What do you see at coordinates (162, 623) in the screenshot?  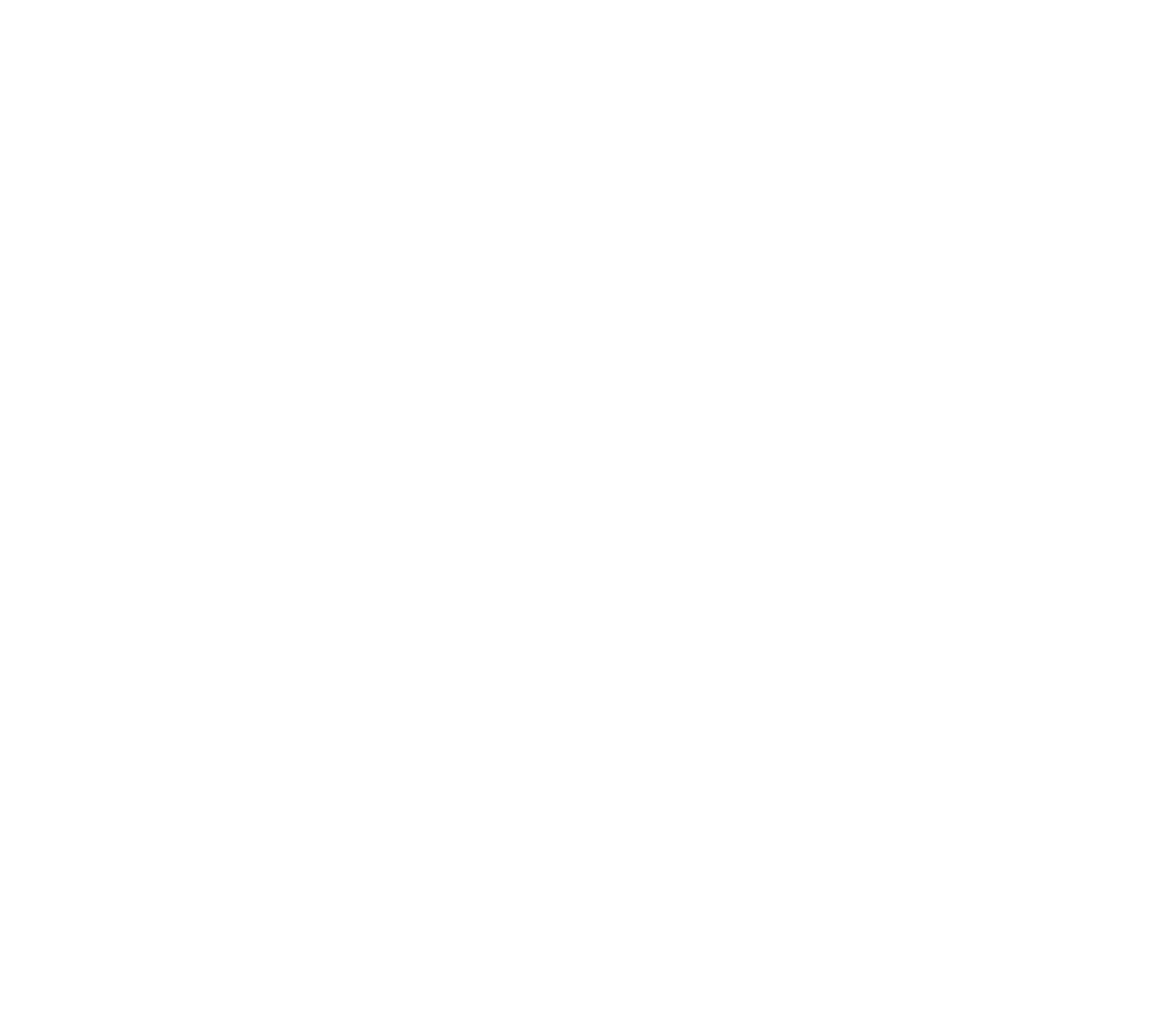 I see `'griffin'` at bounding box center [162, 623].